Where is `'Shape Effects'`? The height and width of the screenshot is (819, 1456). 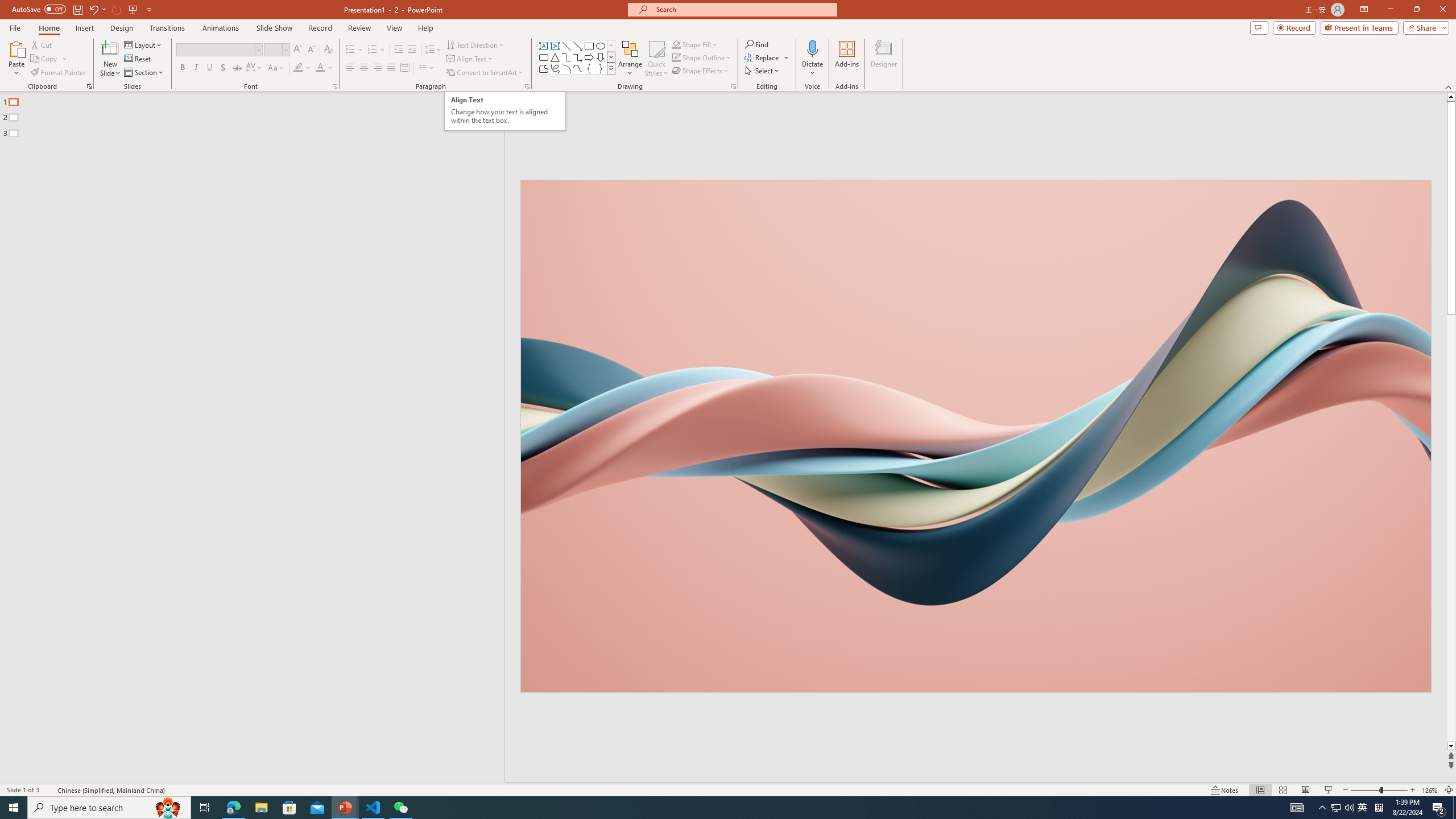
'Shape Effects' is located at coordinates (700, 69).